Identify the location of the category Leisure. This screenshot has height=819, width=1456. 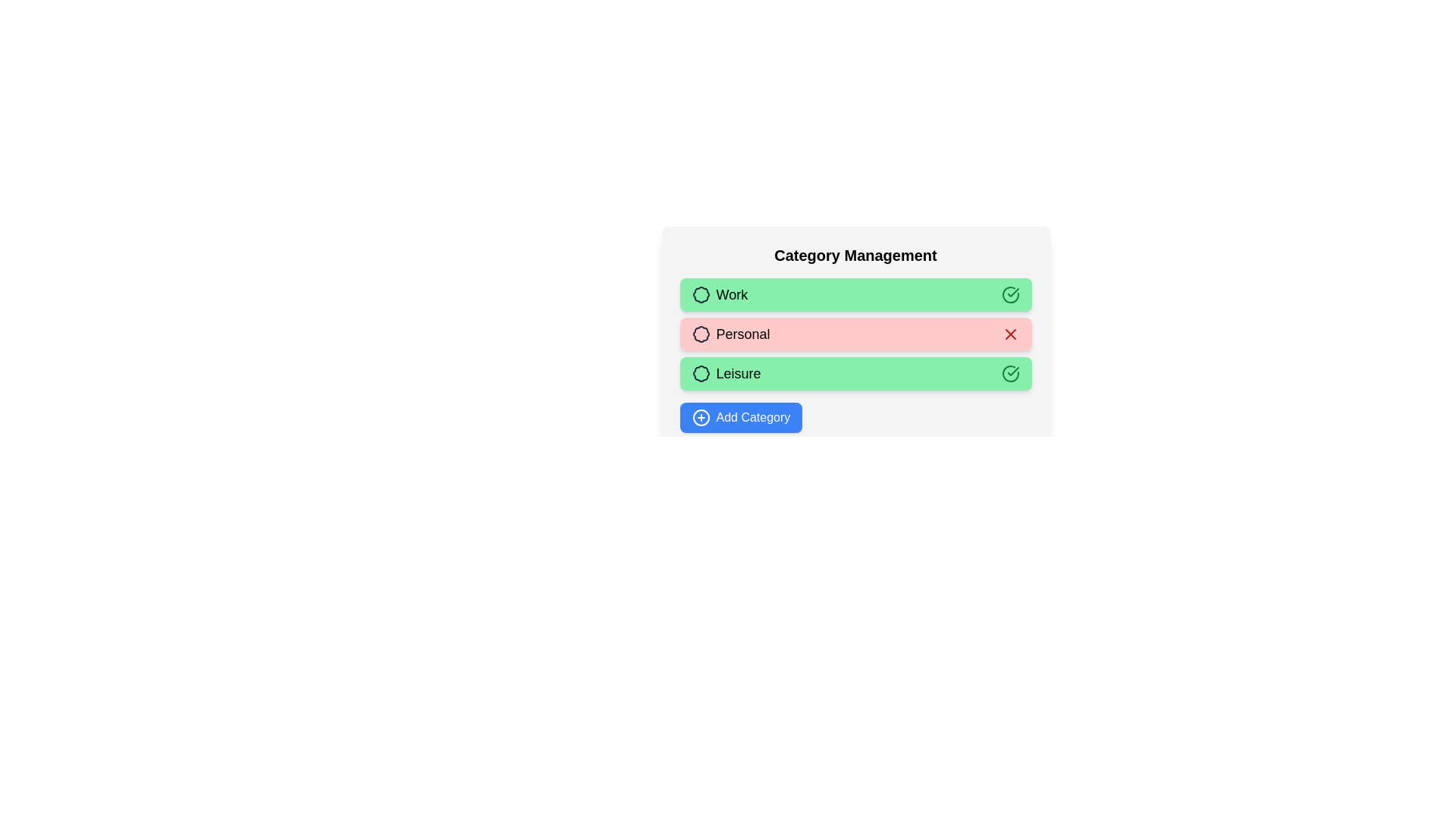
(855, 374).